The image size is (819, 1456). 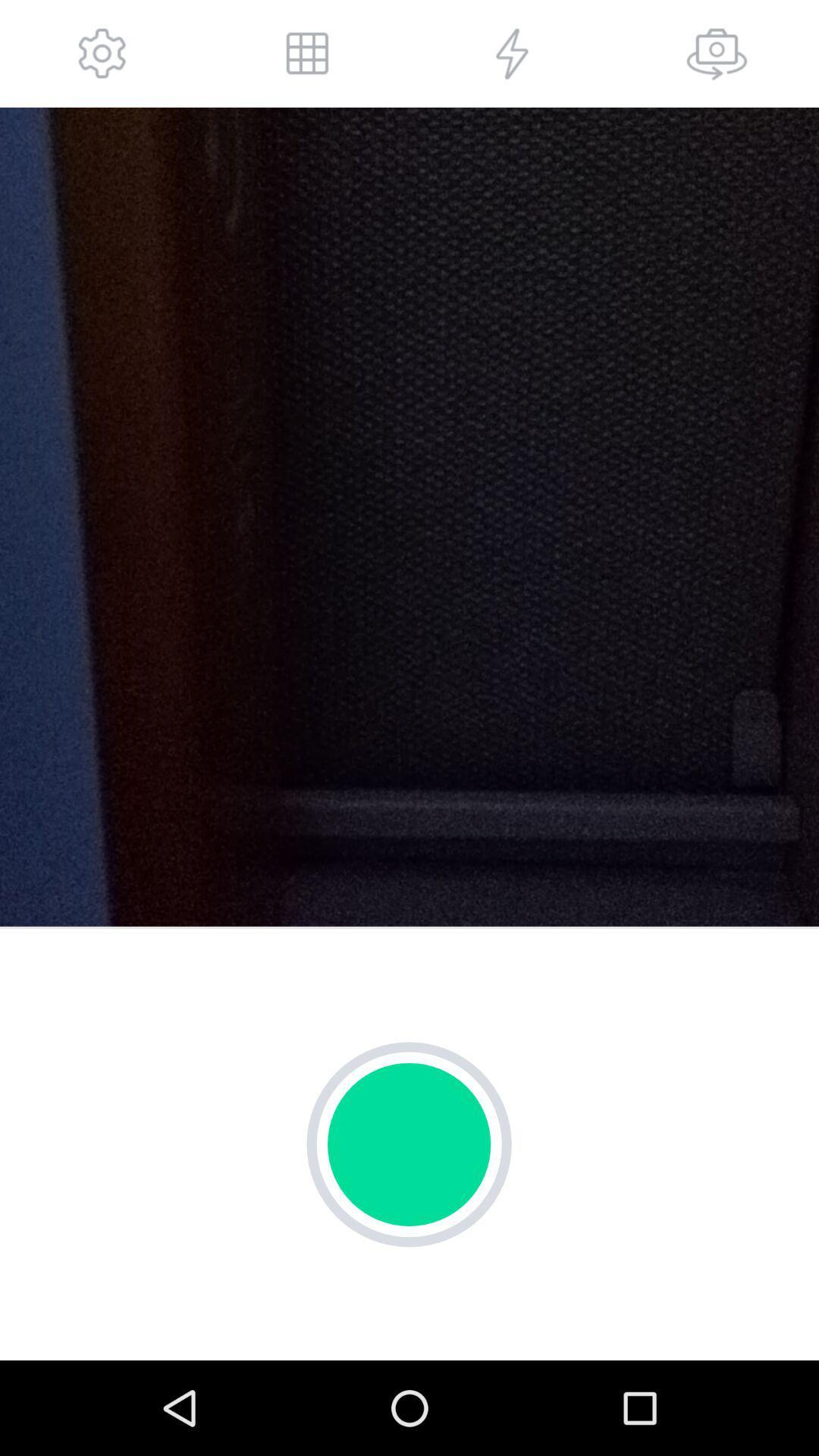 What do you see at coordinates (307, 57) in the screenshot?
I see `the more icon` at bounding box center [307, 57].